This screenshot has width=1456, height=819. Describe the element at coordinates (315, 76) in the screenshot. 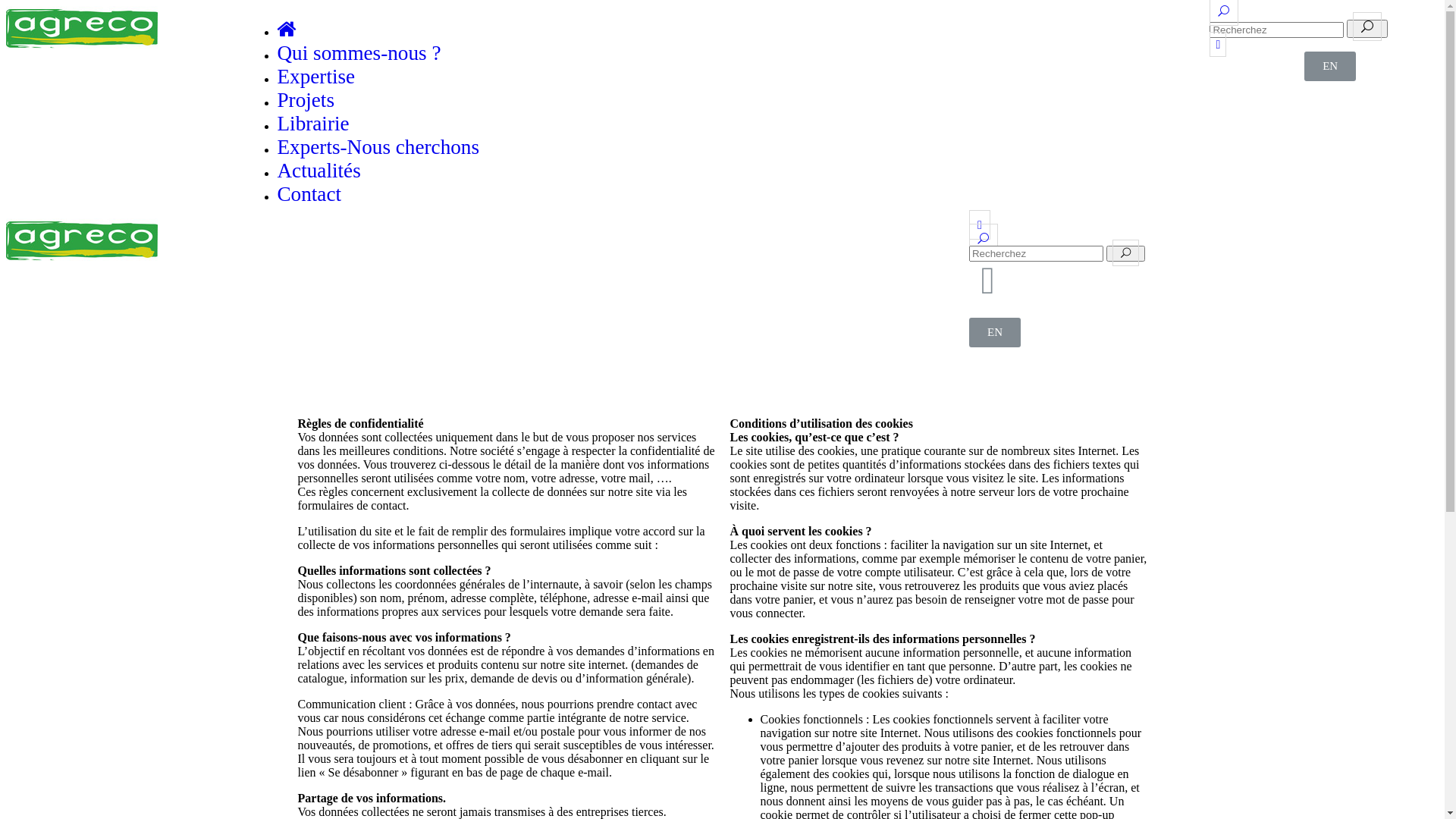

I see `'Expertise'` at that location.